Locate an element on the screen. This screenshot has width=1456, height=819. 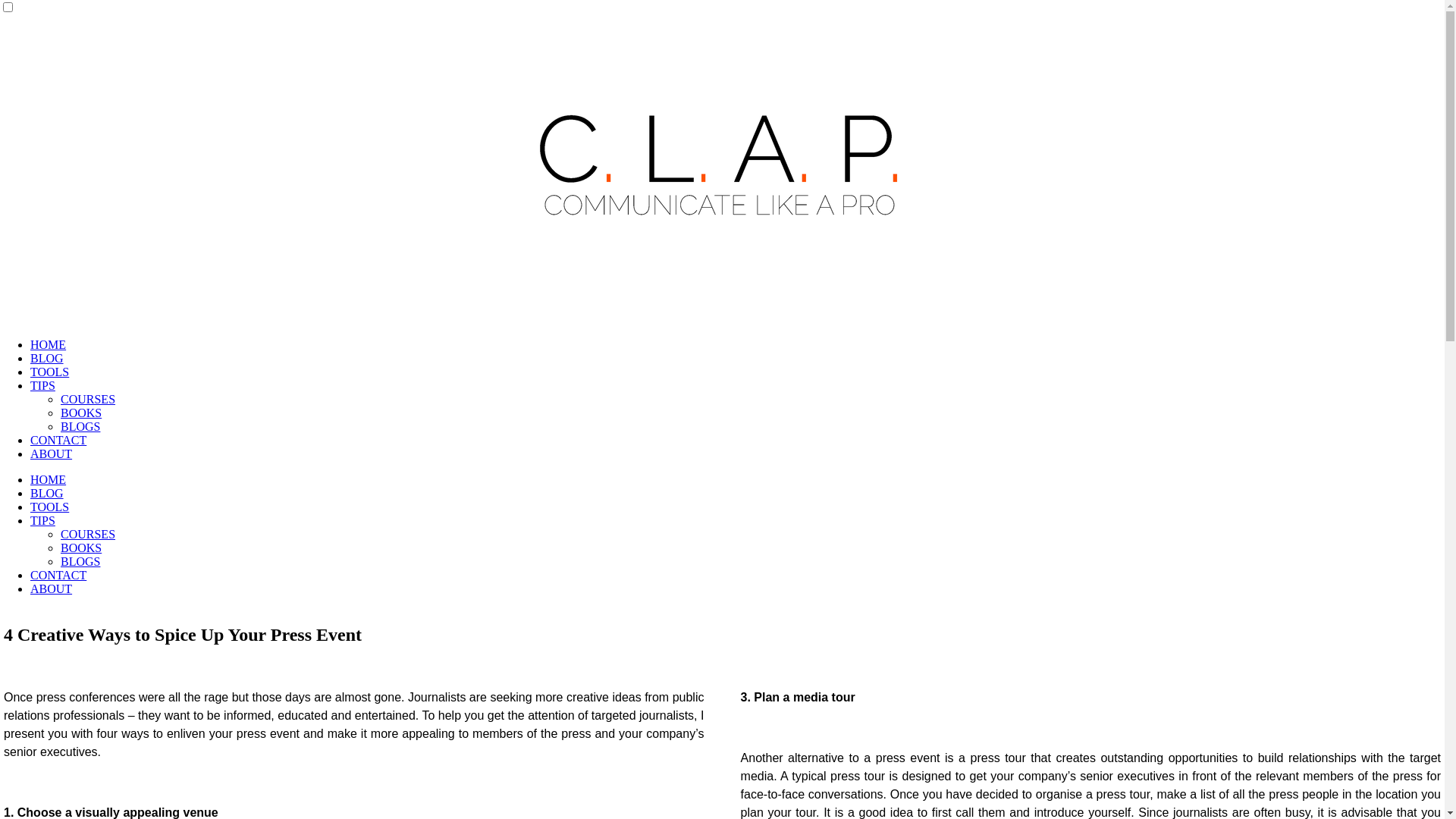
'ABOUT' is located at coordinates (51, 588).